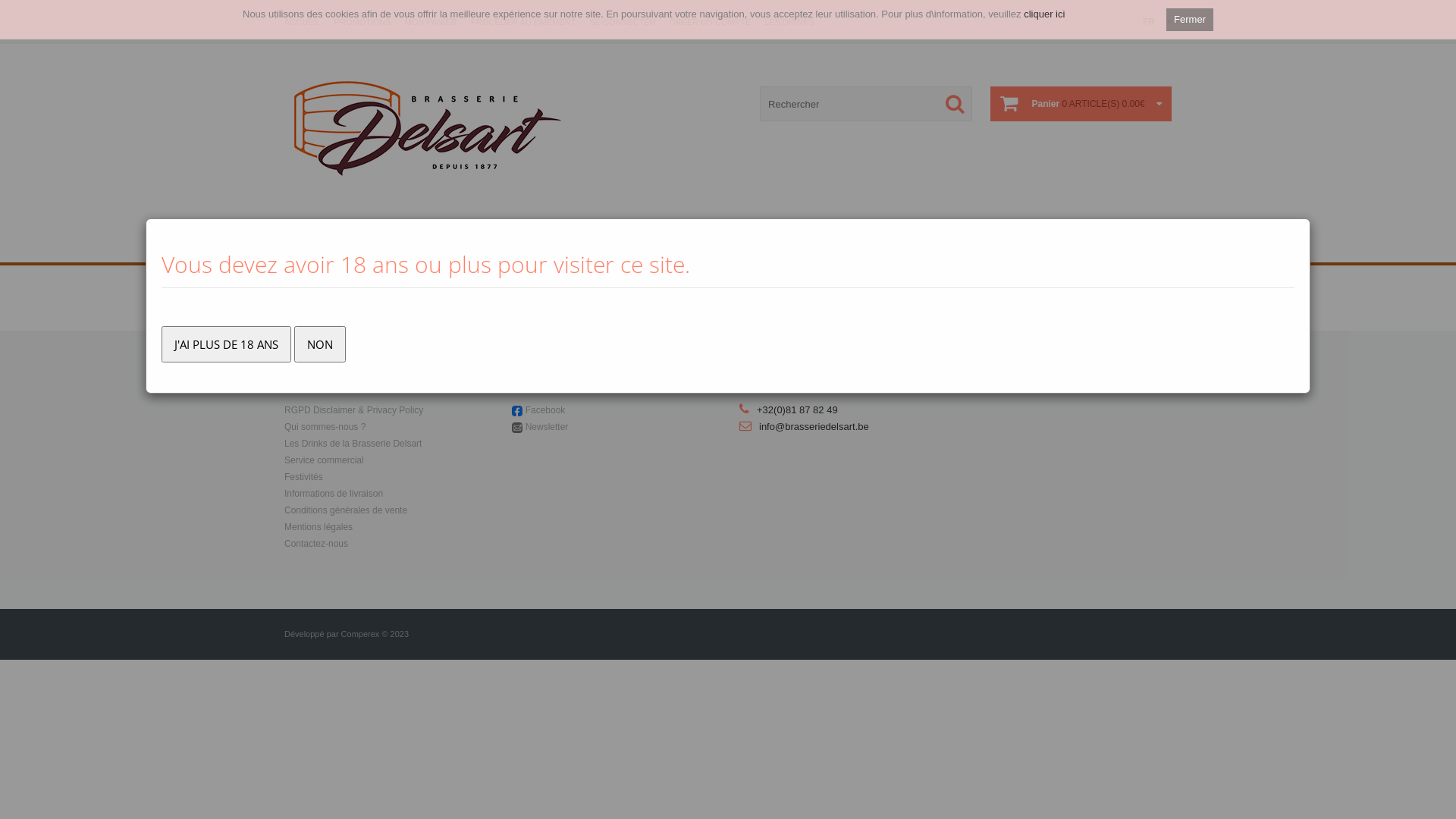 Image resolution: width=1456 pixels, height=819 pixels. Describe the element at coordinates (323, 459) in the screenshot. I see `'Service commercial'` at that location.